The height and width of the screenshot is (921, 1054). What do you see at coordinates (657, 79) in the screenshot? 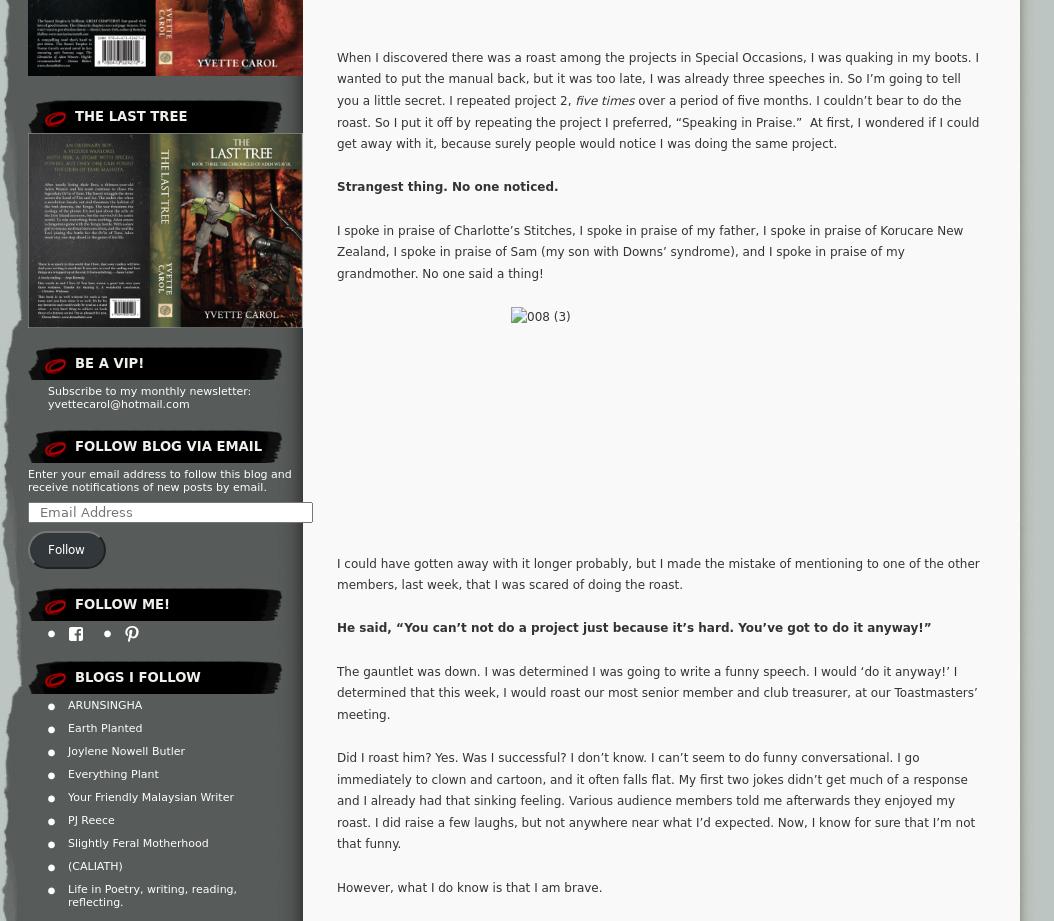
I see `'When I discovered there was a roast among the projects in Special Occasions, I was quaking in my boots. I wanted to put the manual back, but it was too late, I was already three speeches in. So I’m going to tell you a little secret. I repeated project 2,'` at bounding box center [657, 79].